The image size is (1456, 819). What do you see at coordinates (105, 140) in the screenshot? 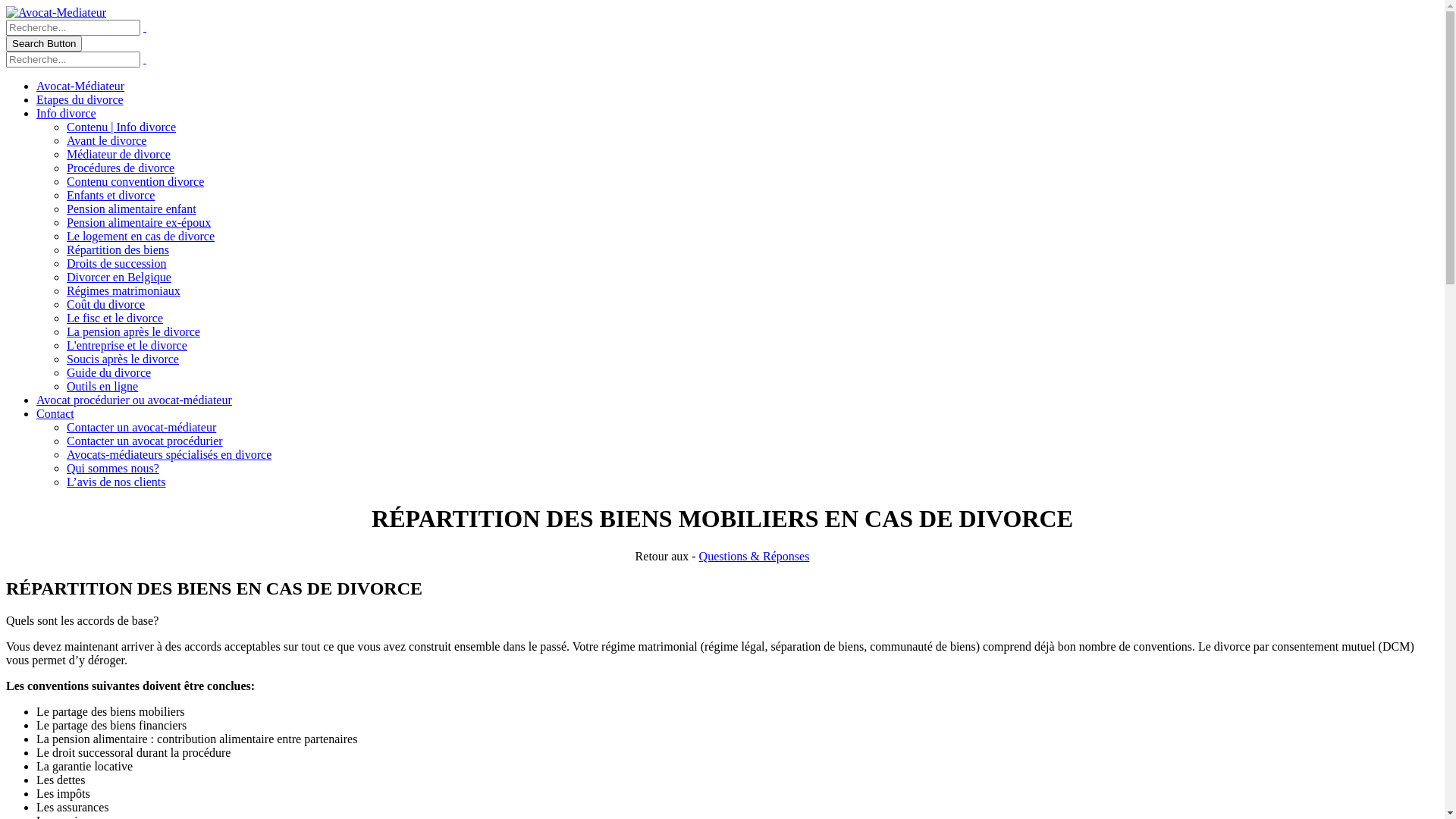
I see `'Avant le divorce'` at bounding box center [105, 140].